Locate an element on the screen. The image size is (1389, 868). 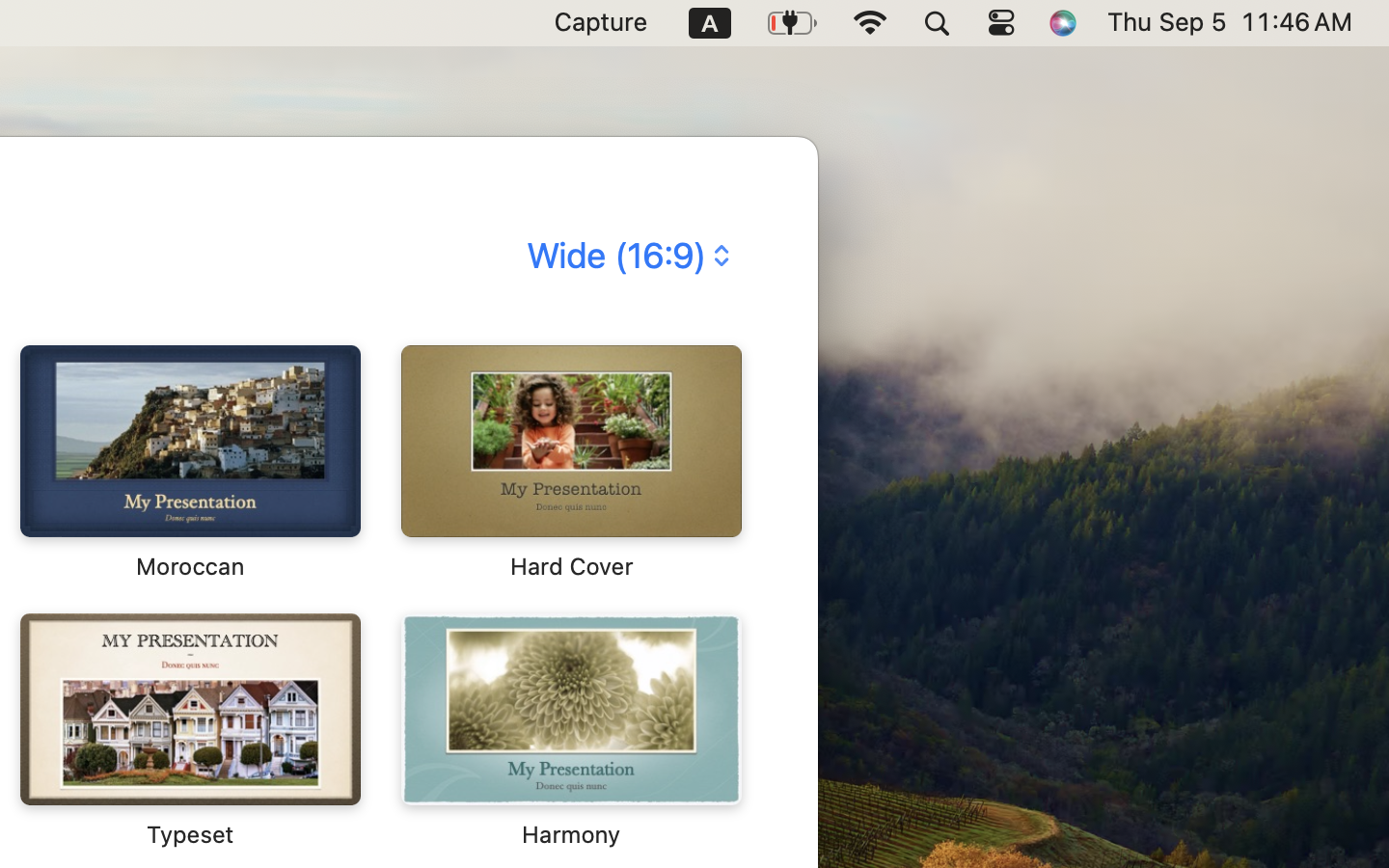
'‎⁨Harmony⁩' is located at coordinates (569, 729).